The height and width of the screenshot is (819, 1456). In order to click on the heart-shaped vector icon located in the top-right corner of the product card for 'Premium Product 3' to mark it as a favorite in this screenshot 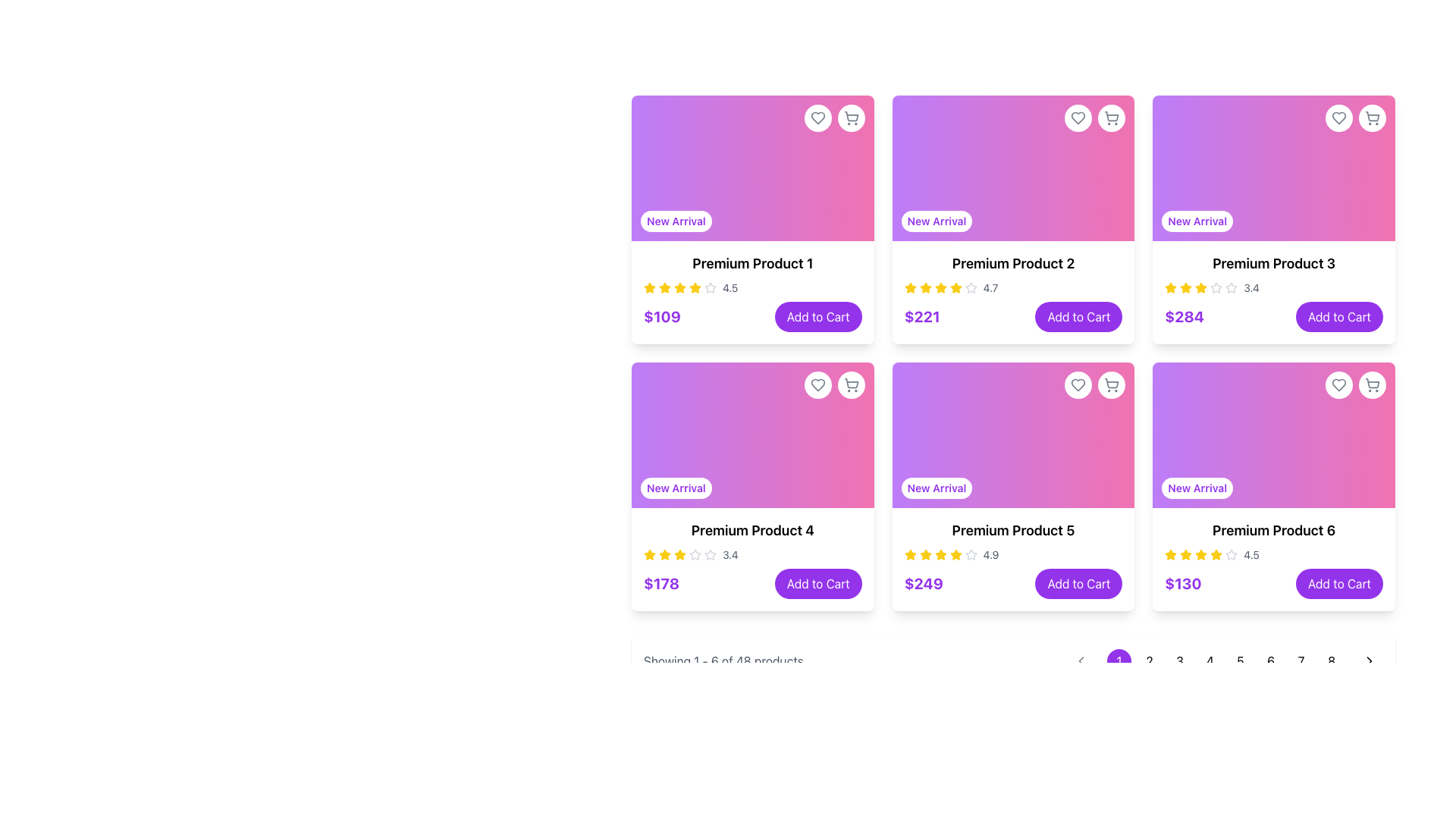, I will do `click(1339, 117)`.